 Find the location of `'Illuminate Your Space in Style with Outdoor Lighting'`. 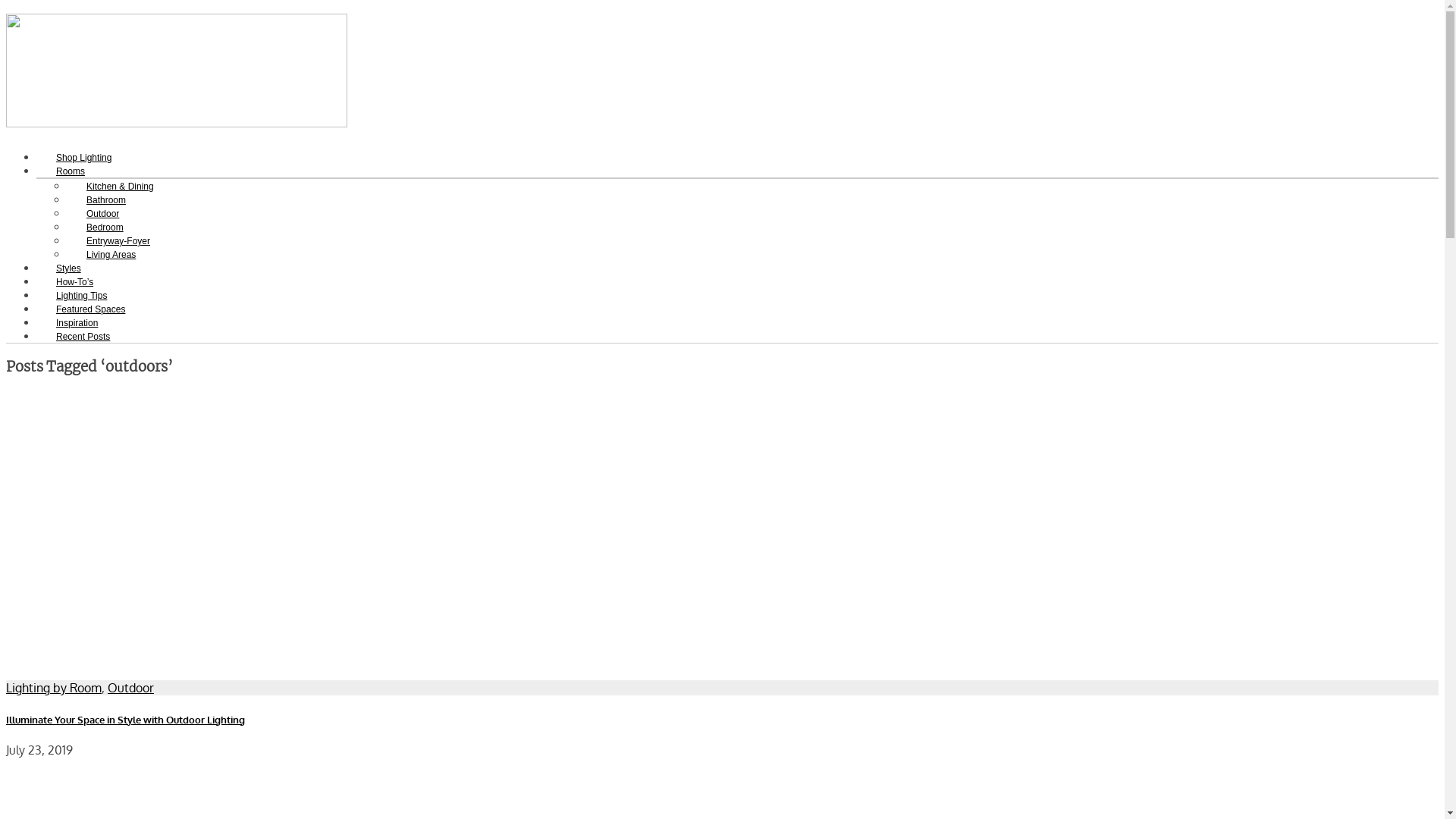

'Illuminate Your Space in Style with Outdoor Lighting' is located at coordinates (125, 718).